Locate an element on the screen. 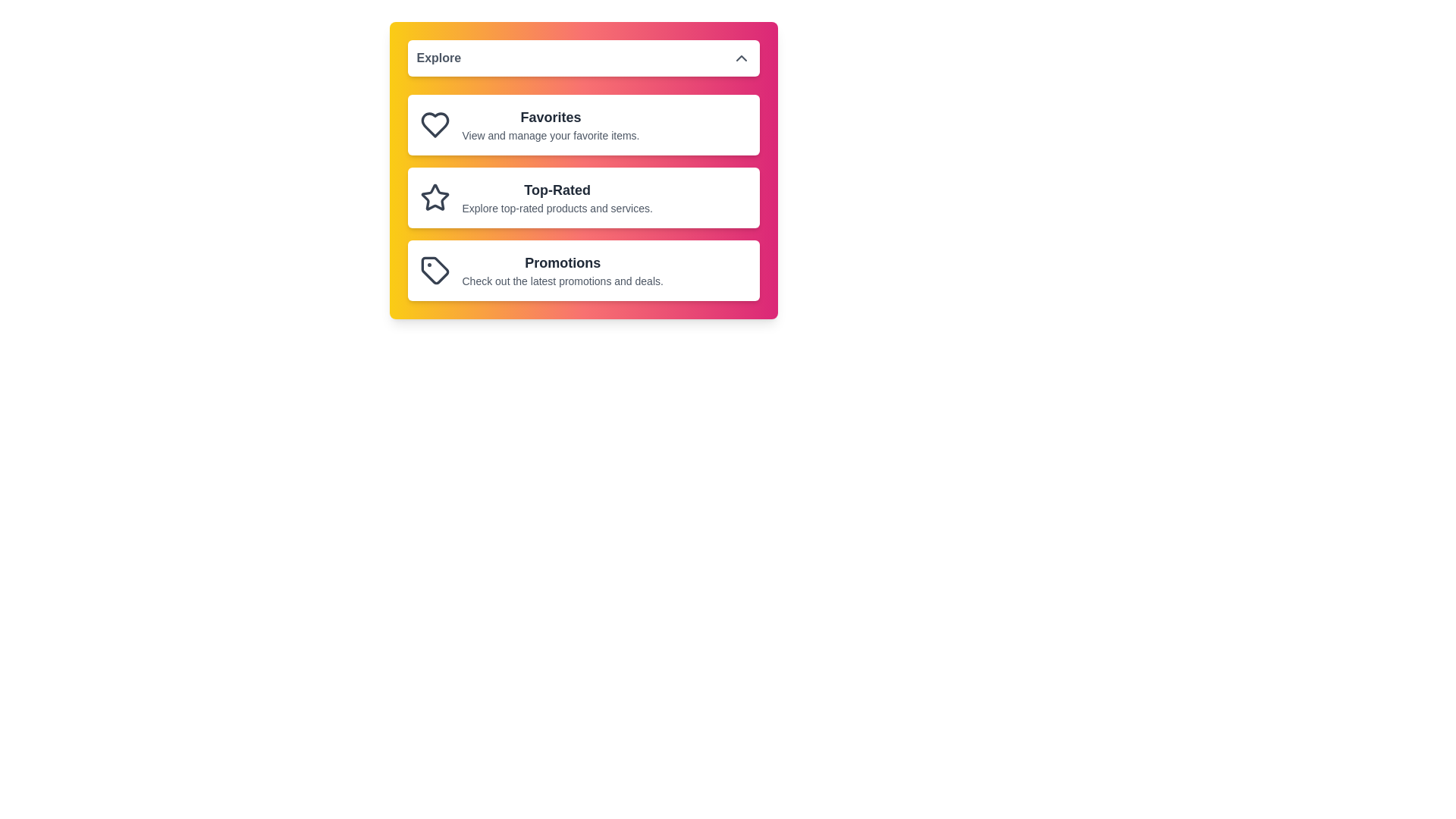 The height and width of the screenshot is (819, 1456). the menu item Top-Rated to observe its hover state is located at coordinates (582, 197).